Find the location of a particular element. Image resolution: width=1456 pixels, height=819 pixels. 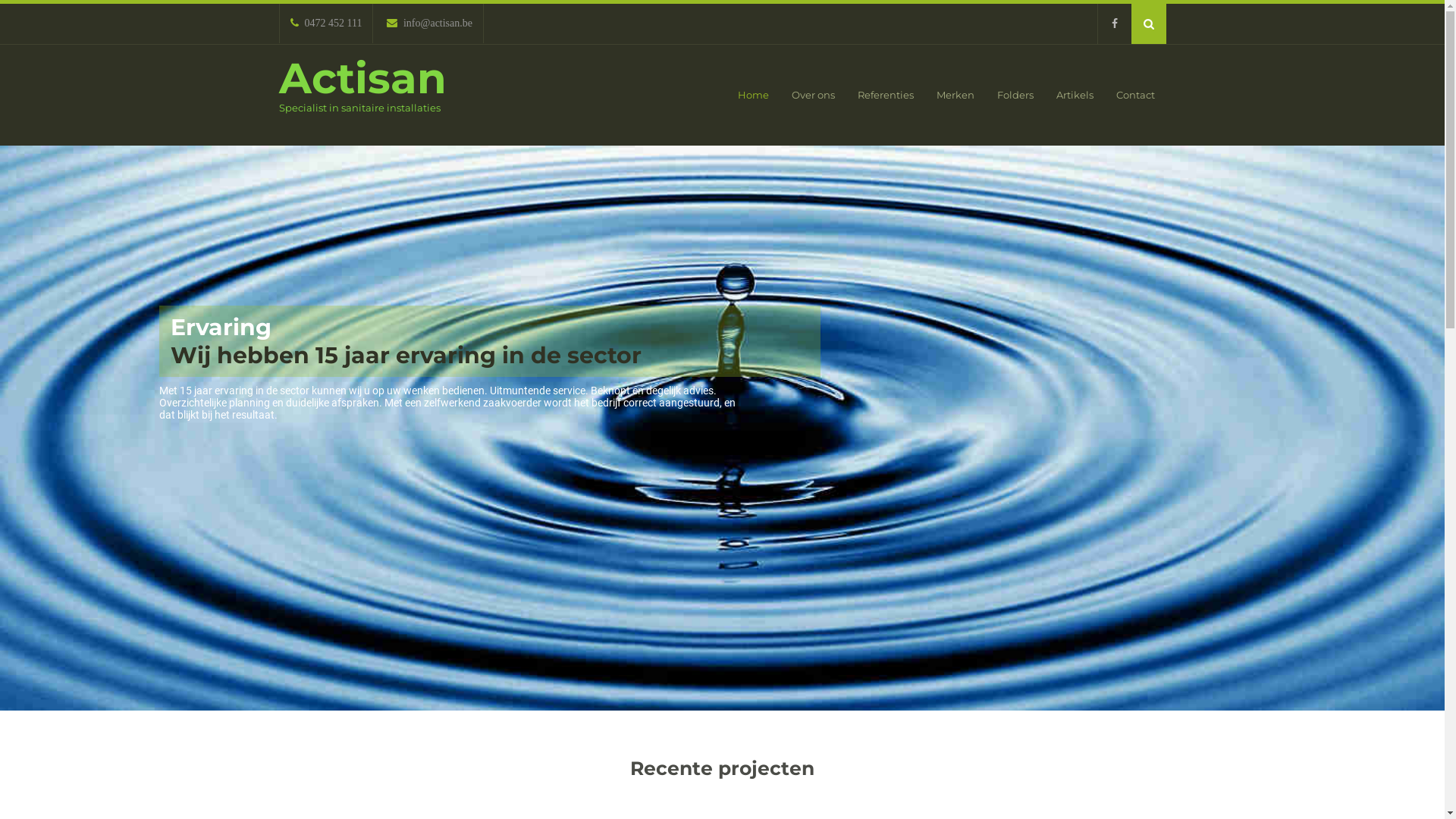

'Actisan' is located at coordinates (362, 78).